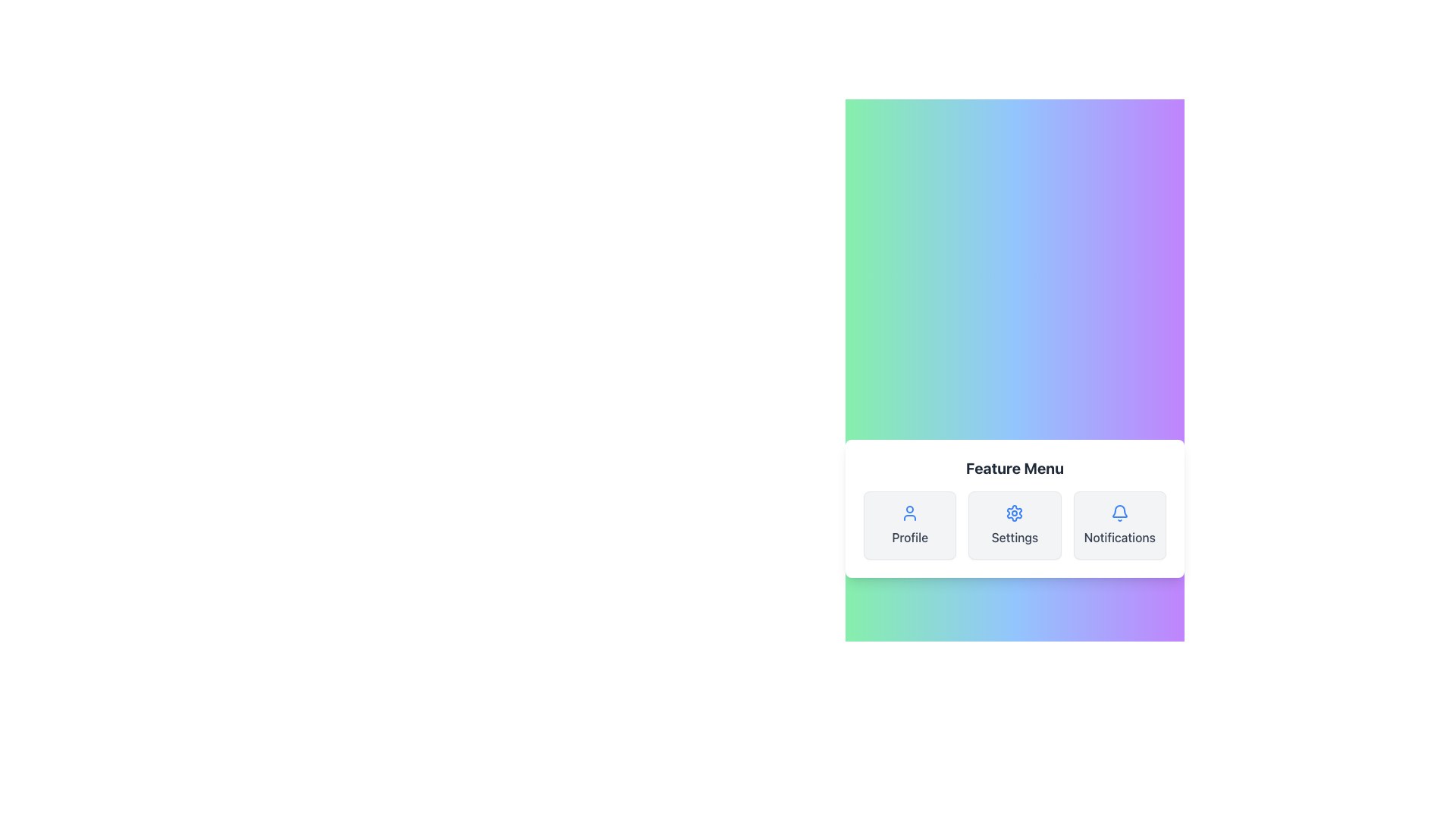 The image size is (1456, 819). What do you see at coordinates (1119, 525) in the screenshot?
I see `the notifications button located in the bottom-right corner of the grid layout` at bounding box center [1119, 525].